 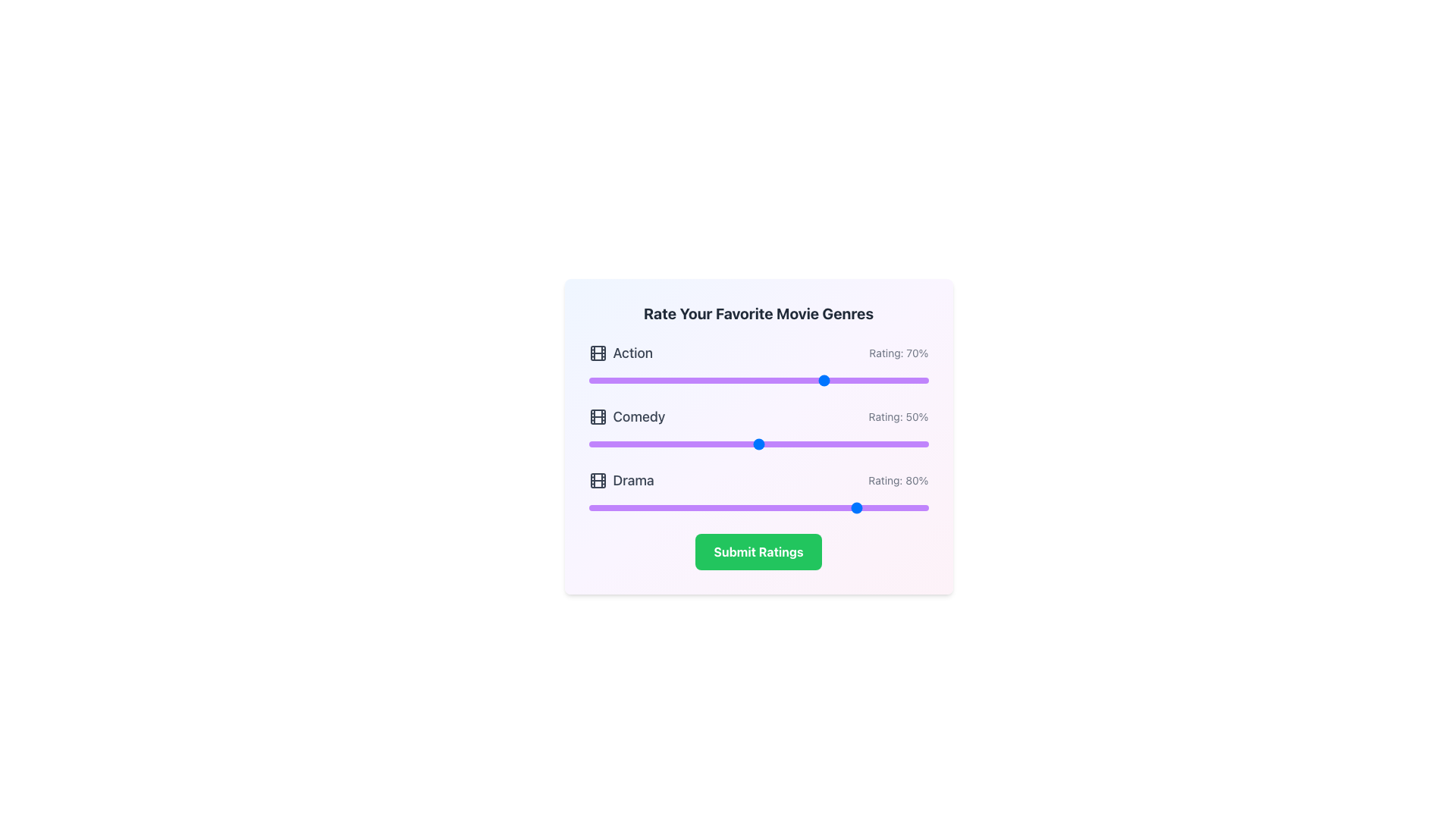 I want to click on the 'Action' movie genre rating, so click(x=745, y=379).